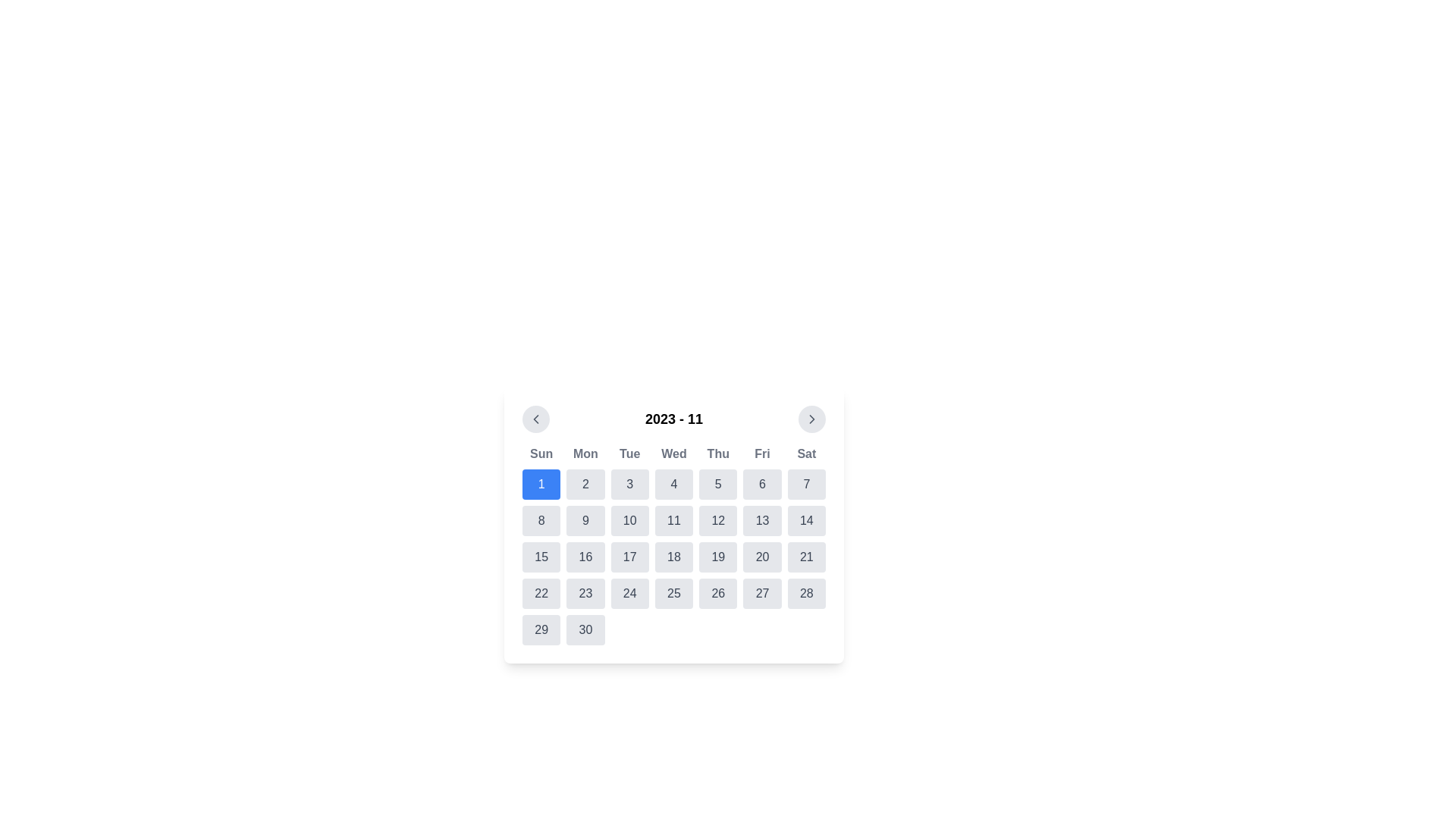 The width and height of the screenshot is (1456, 819). Describe the element at coordinates (673, 557) in the screenshot. I see `the rectangular button with a light gray background that represents the date 18 in the calendar grid` at that location.